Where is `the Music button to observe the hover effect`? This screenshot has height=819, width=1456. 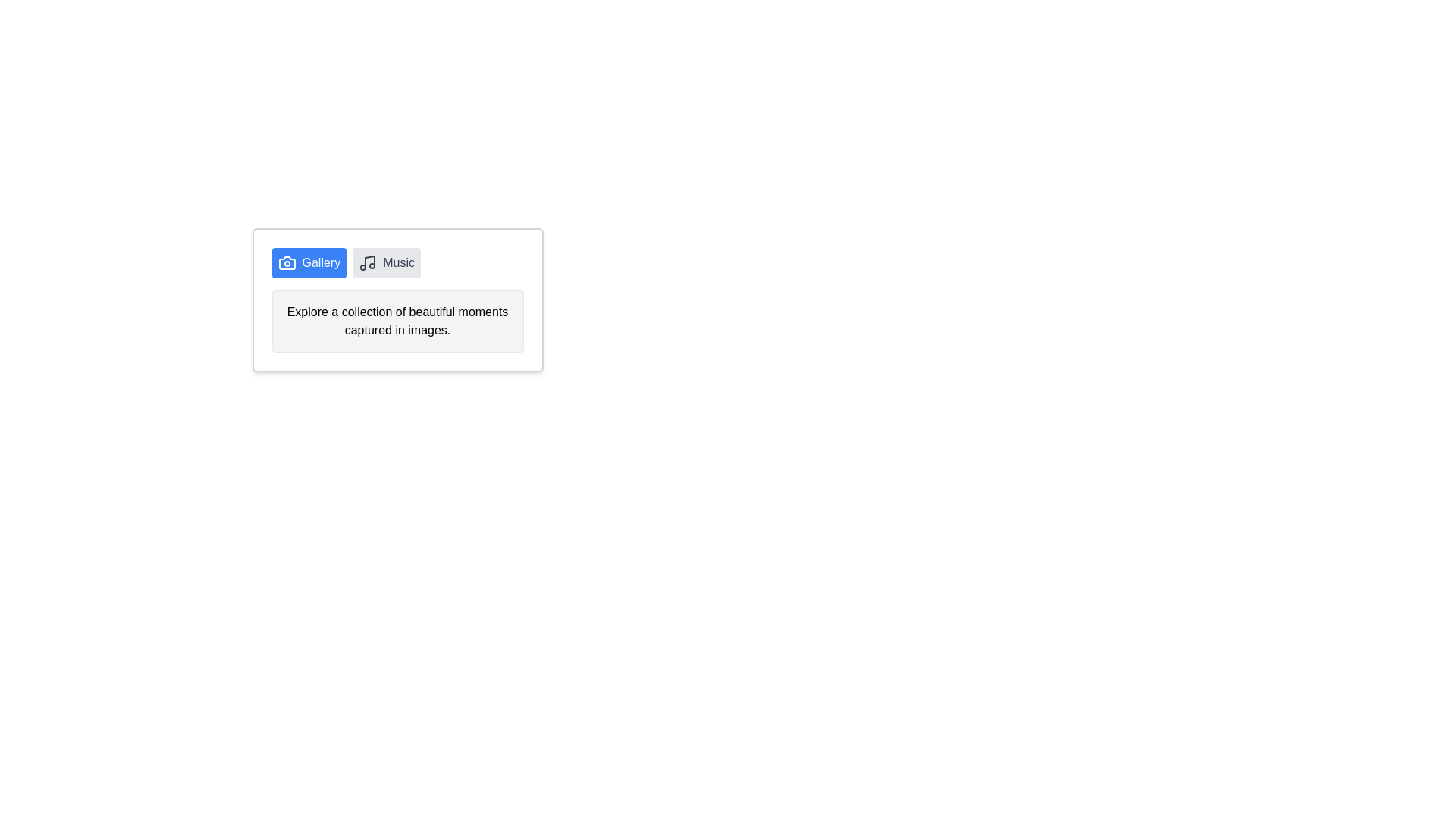
the Music button to observe the hover effect is located at coordinates (387, 262).